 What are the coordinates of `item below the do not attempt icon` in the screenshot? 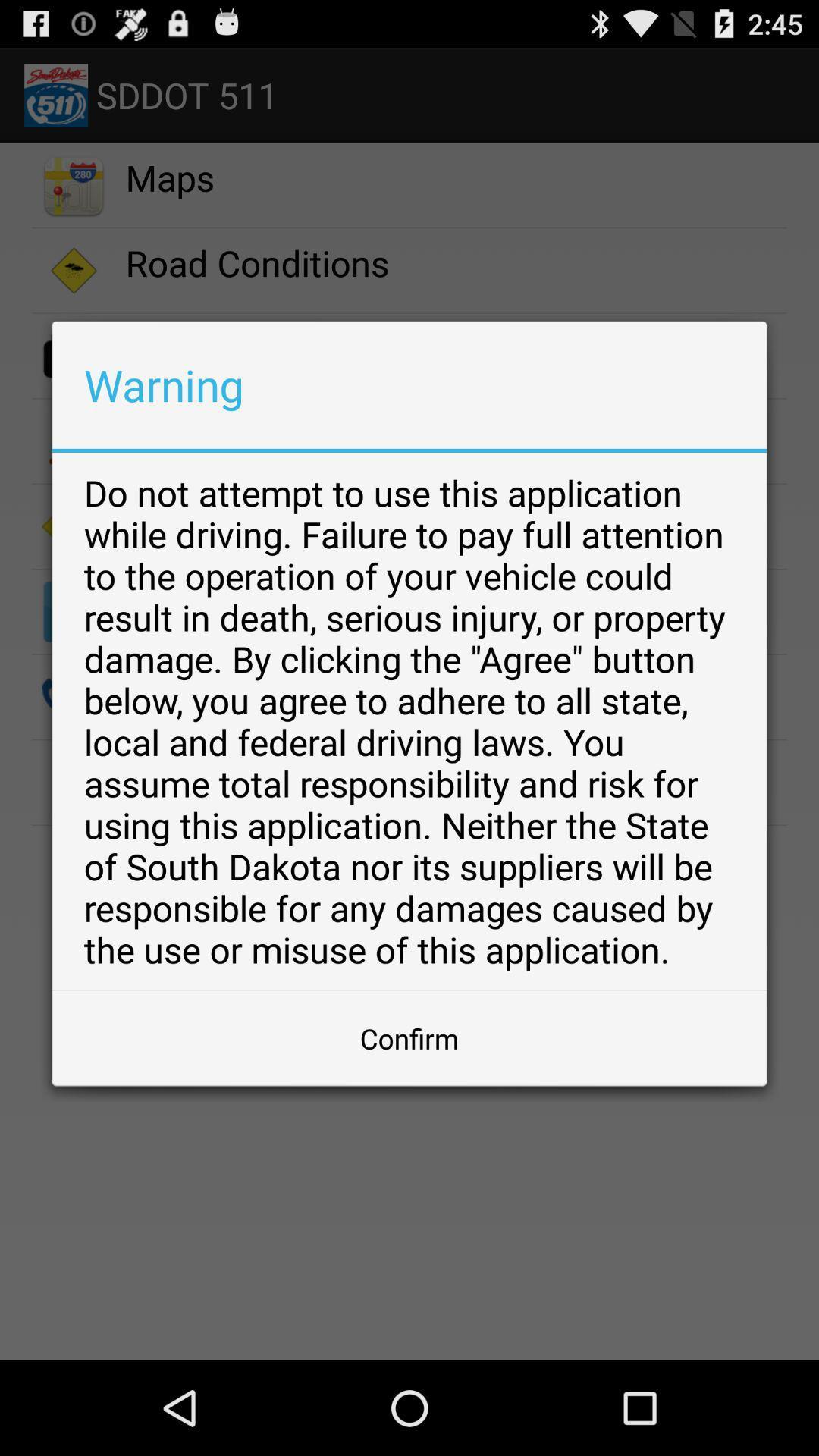 It's located at (409, 1037).